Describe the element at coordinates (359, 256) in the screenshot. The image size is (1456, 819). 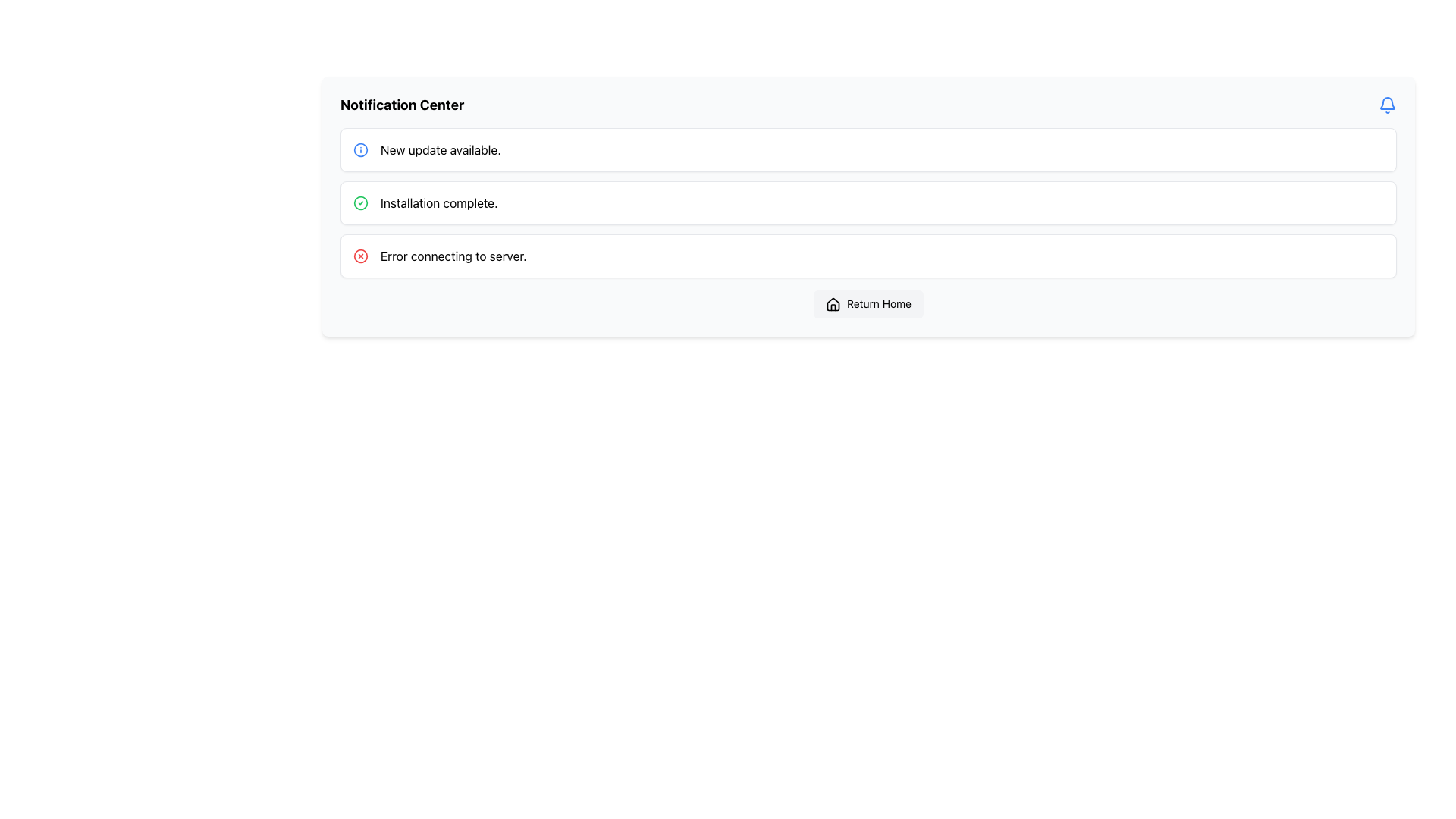
I see `the error indicator icon located in the third notification block next to the text 'Error connecting to server.'` at that location.